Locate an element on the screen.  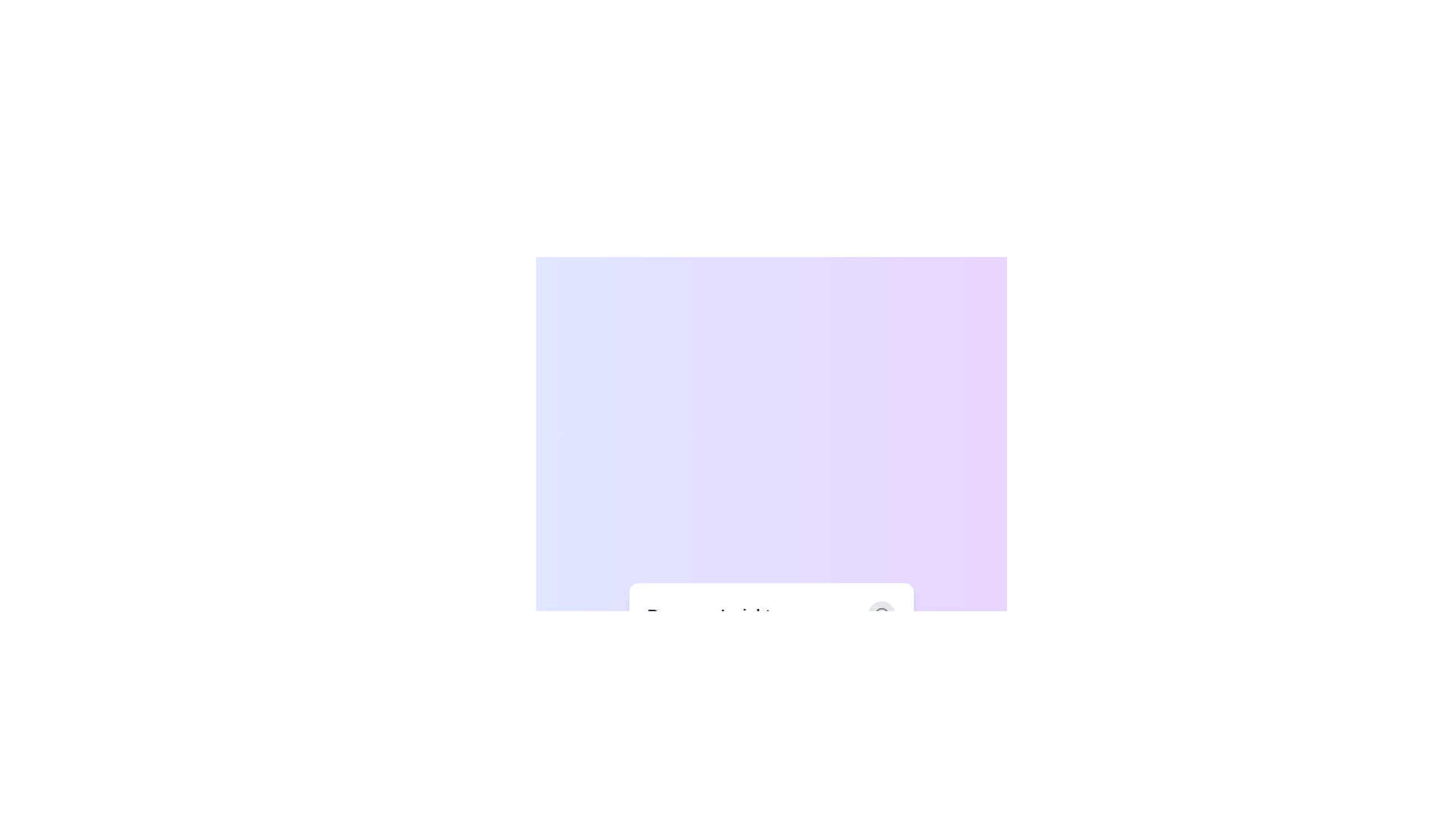
the circular gray button with an info symbol is located at coordinates (882, 614).